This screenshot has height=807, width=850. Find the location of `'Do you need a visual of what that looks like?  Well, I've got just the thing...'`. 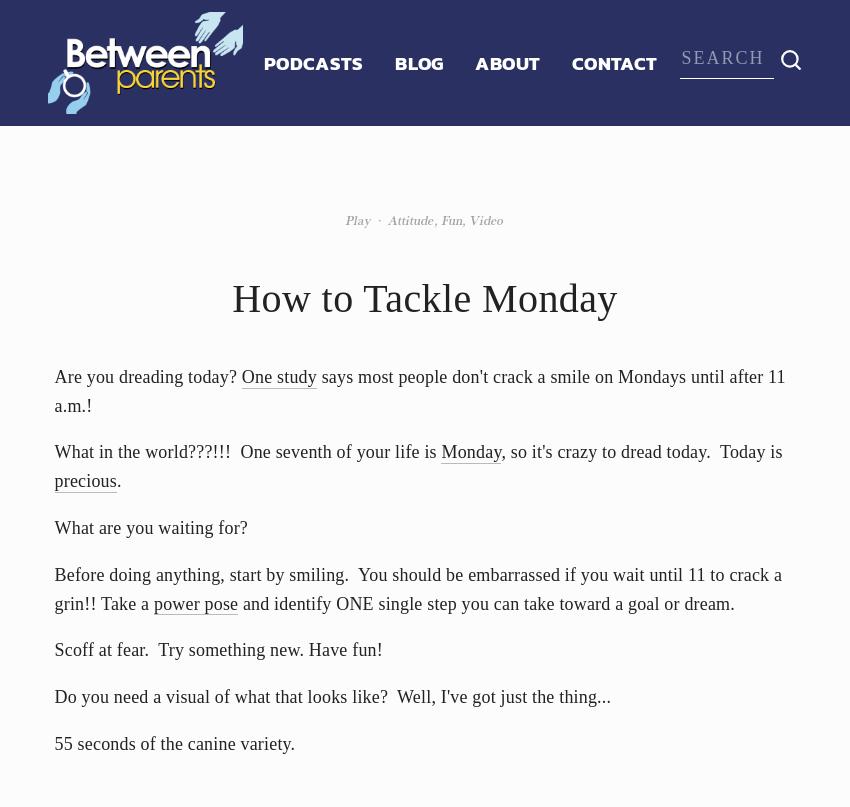

'Do you need a visual of what that looks like?  Well, I've got just the thing...' is located at coordinates (332, 697).